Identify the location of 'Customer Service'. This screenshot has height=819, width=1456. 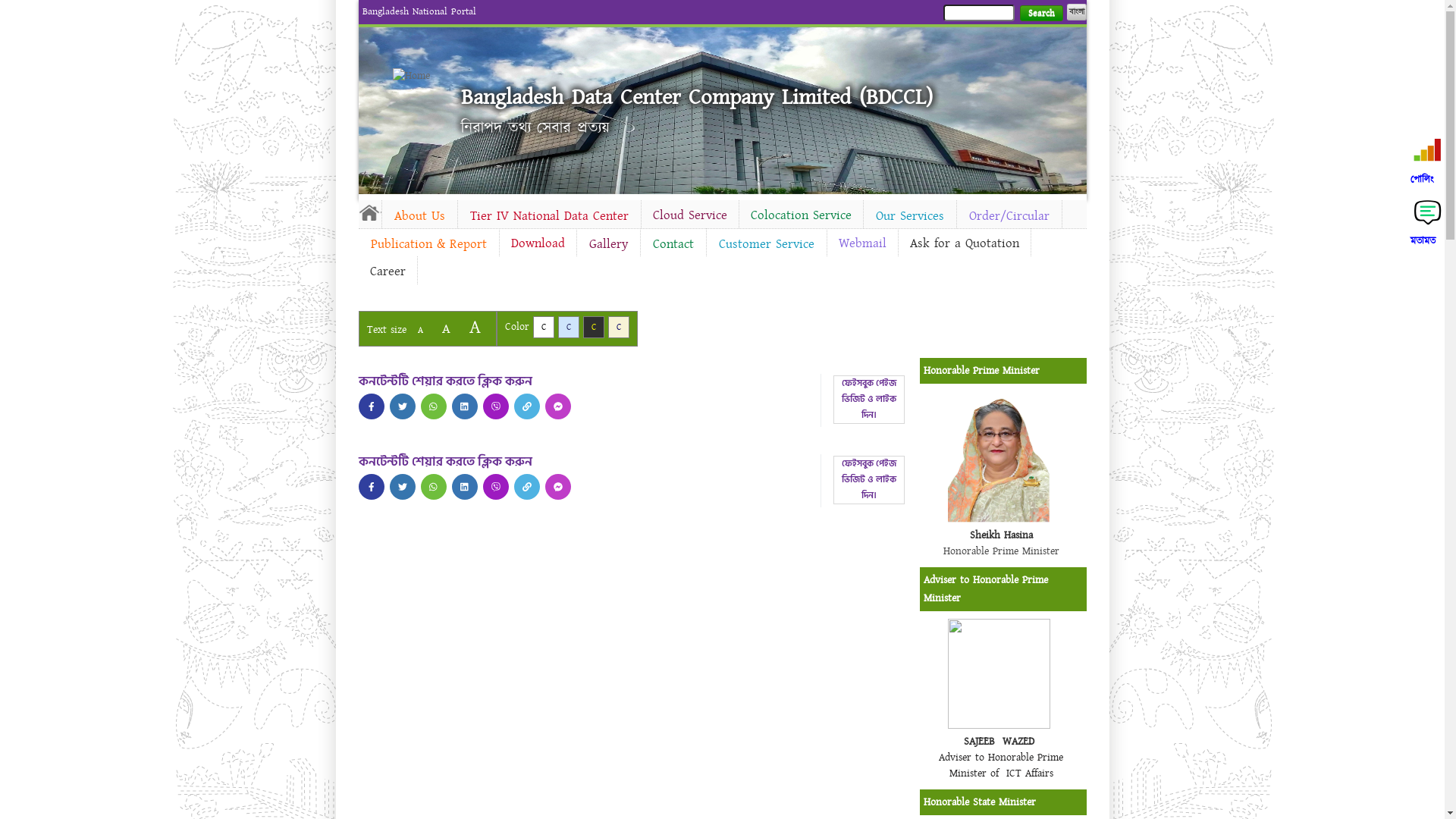
(767, 243).